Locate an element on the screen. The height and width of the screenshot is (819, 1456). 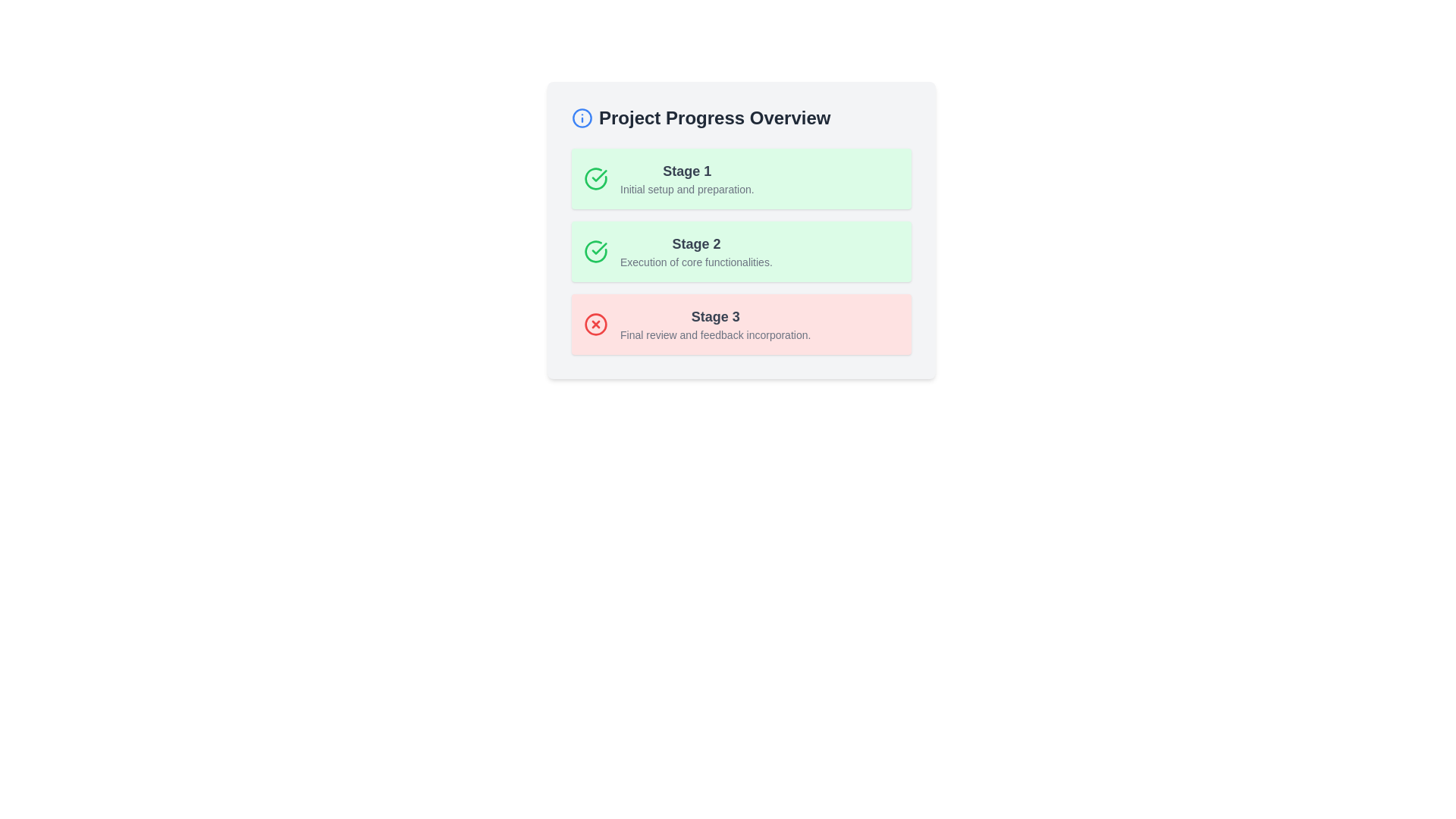
the text label displaying 'Initial setup and preparation.' which is located below the 'Stage 1' header in the first progress stage card is located at coordinates (686, 189).